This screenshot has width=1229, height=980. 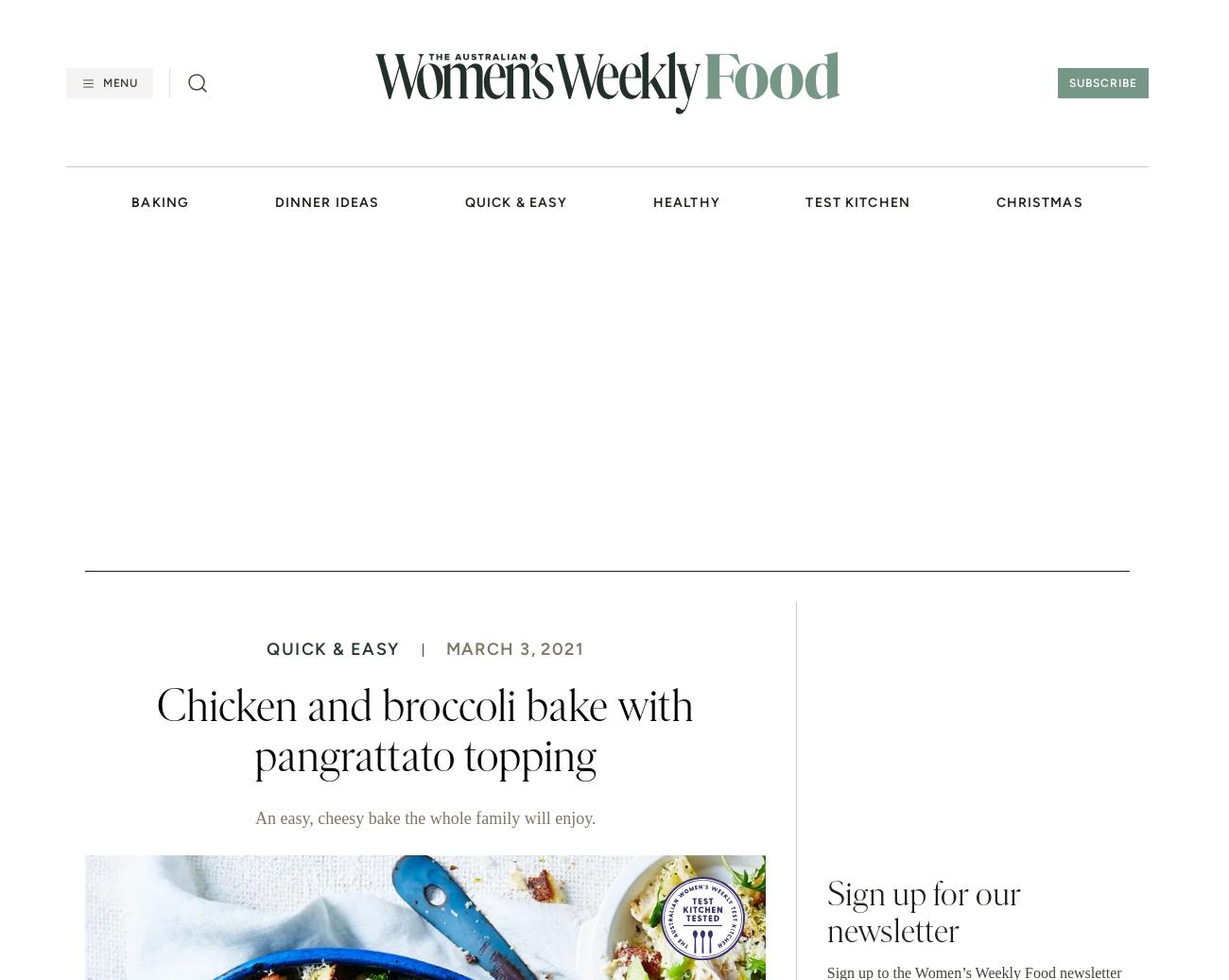 What do you see at coordinates (325, 201) in the screenshot?
I see `'Dinner ideas'` at bounding box center [325, 201].